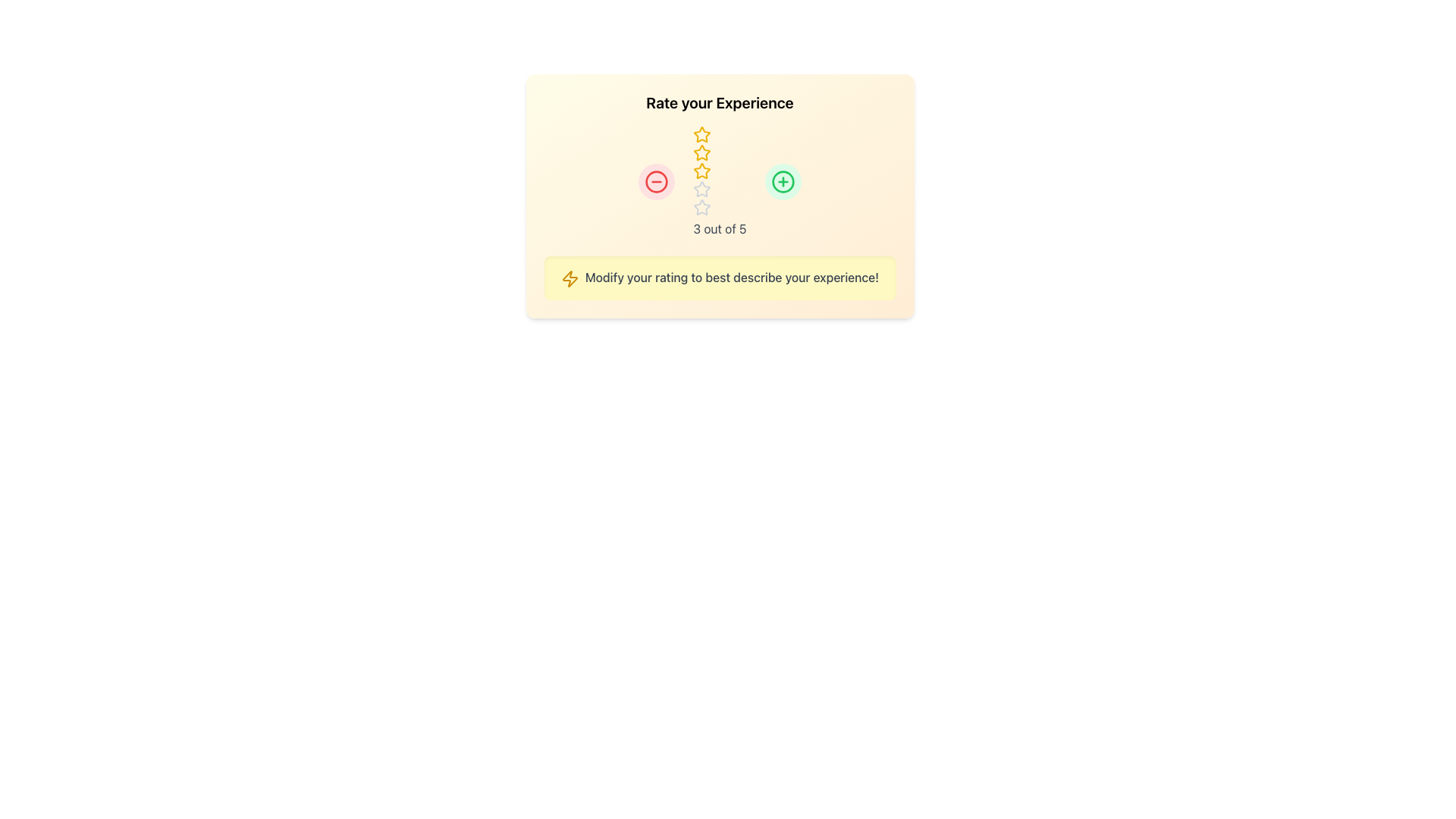  I want to click on the second yellow star icon in the rating component to provide a rating, so click(701, 152).